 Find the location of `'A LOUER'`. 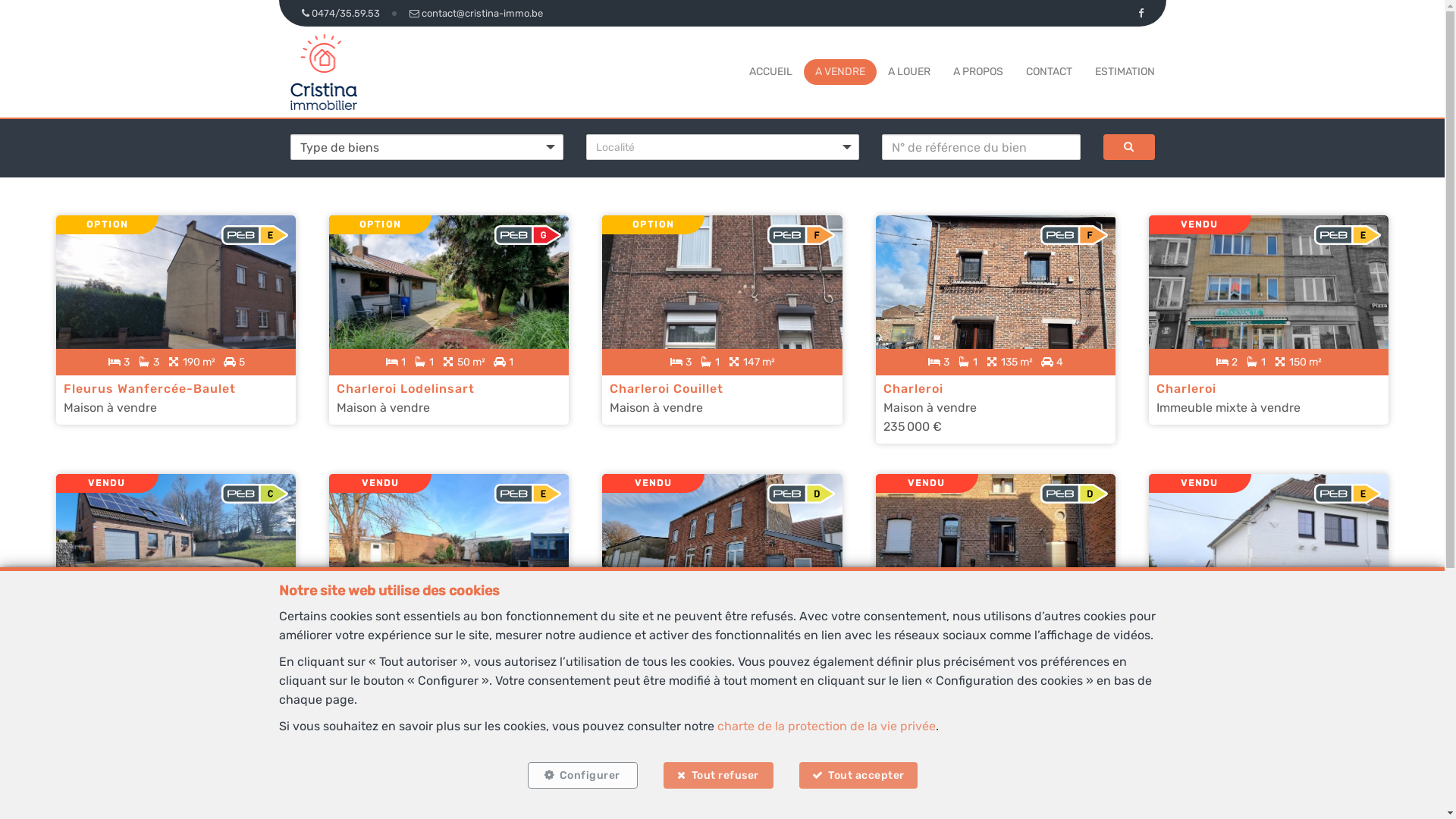

'A LOUER' is located at coordinates (908, 71).